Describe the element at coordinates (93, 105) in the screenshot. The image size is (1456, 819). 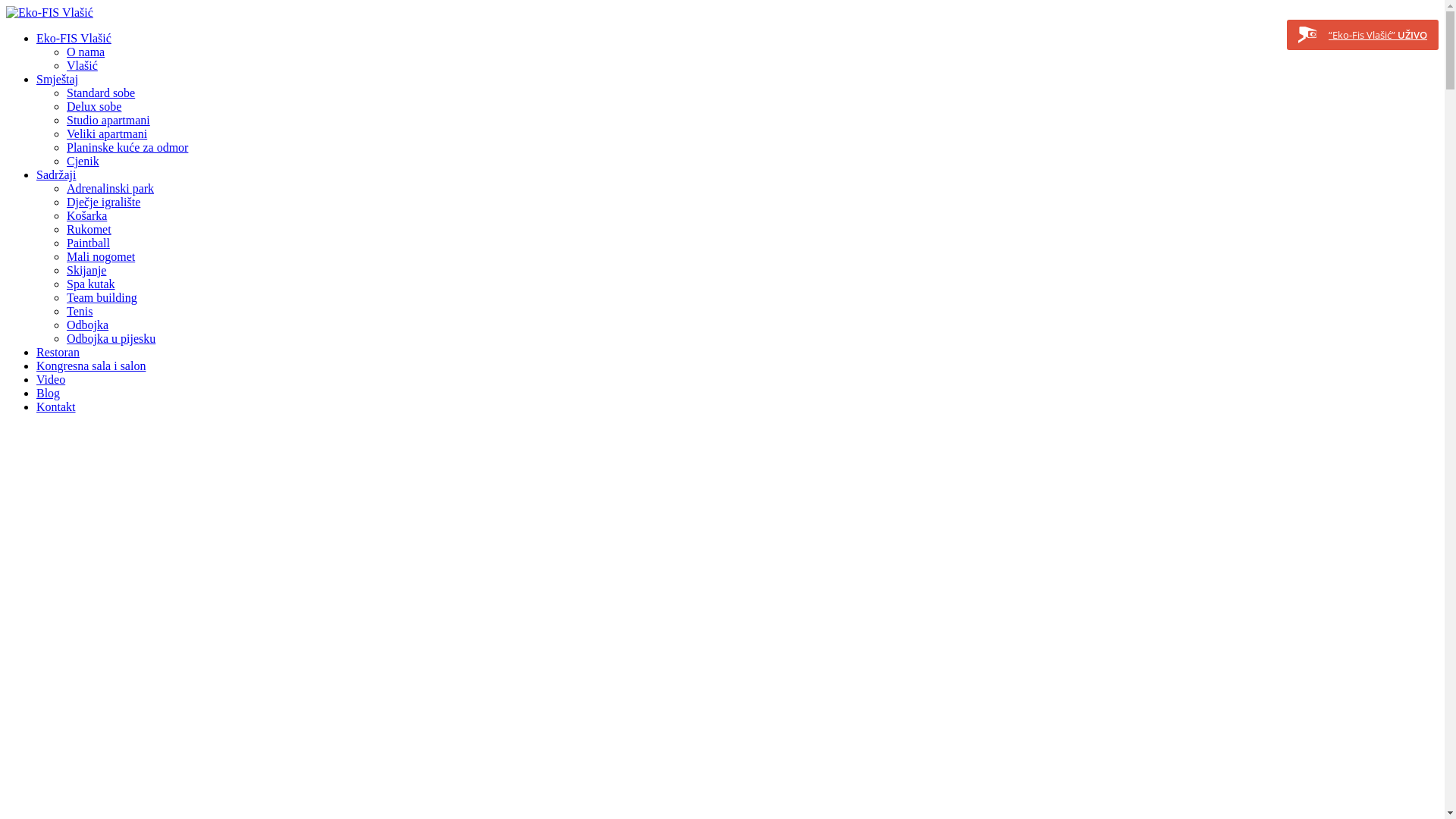
I see `'Delux sobe'` at that location.